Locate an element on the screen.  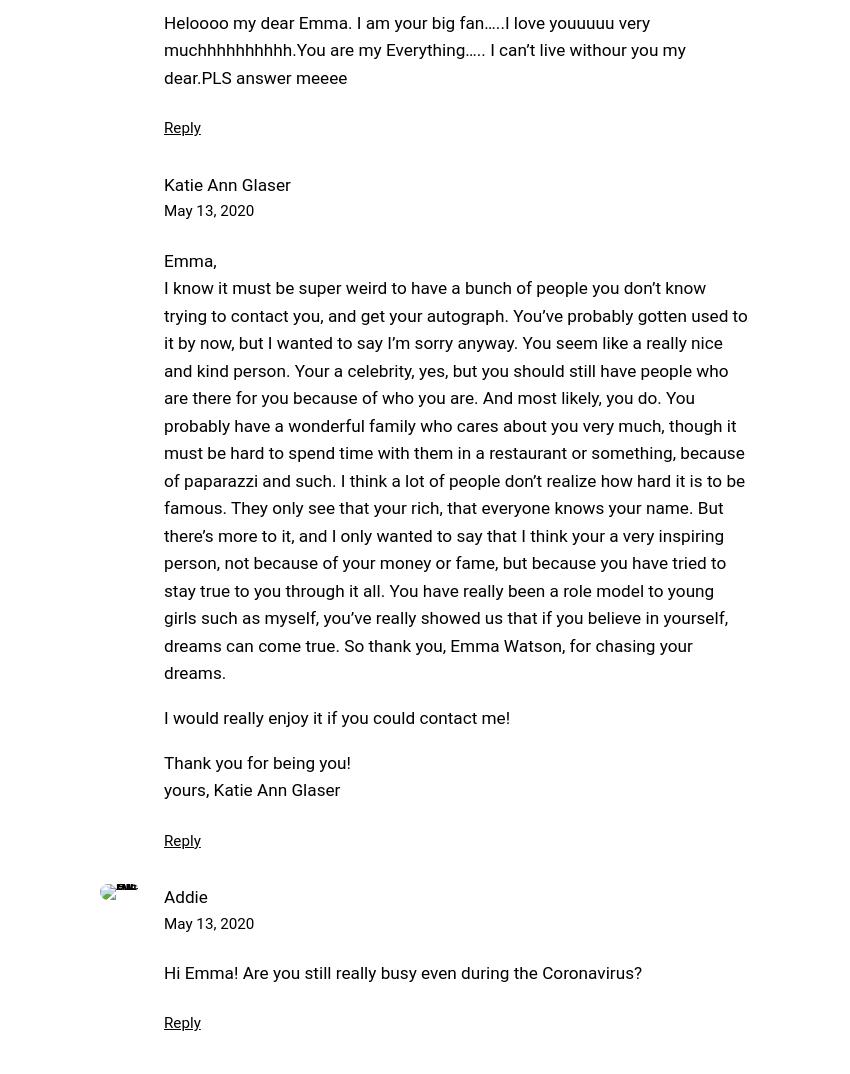
'Heloooo my dear Emma. I am your big fan…..I love youuuuu very muchhhhhhhhhh.You are my Everything….. I can’t live withour you my dear.PLS answer meeee' is located at coordinates (424, 48).